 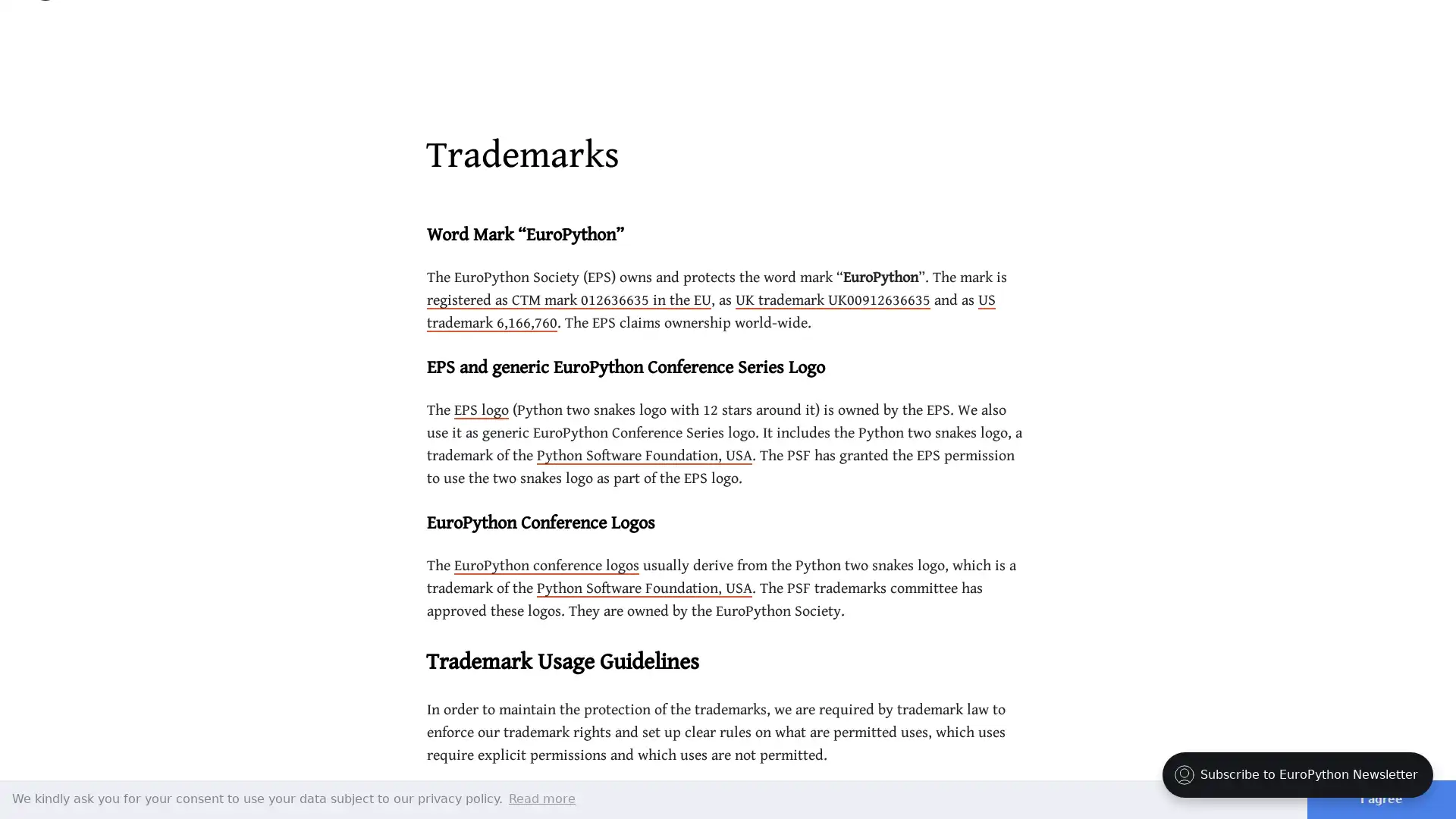 What do you see at coordinates (1335, 30) in the screenshot?
I see `Sign in` at bounding box center [1335, 30].